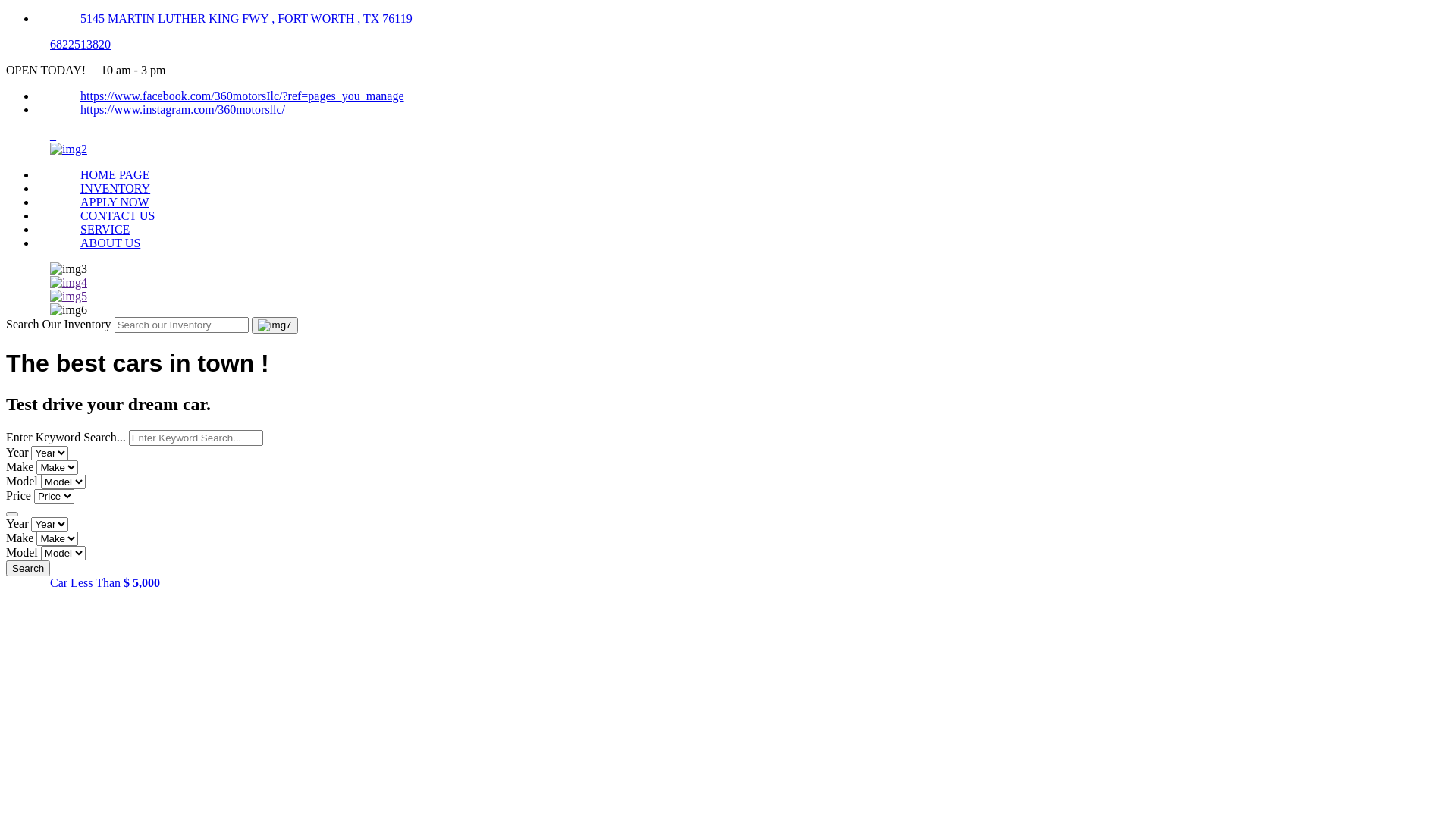  What do you see at coordinates (115, 187) in the screenshot?
I see `'INVENTORY'` at bounding box center [115, 187].